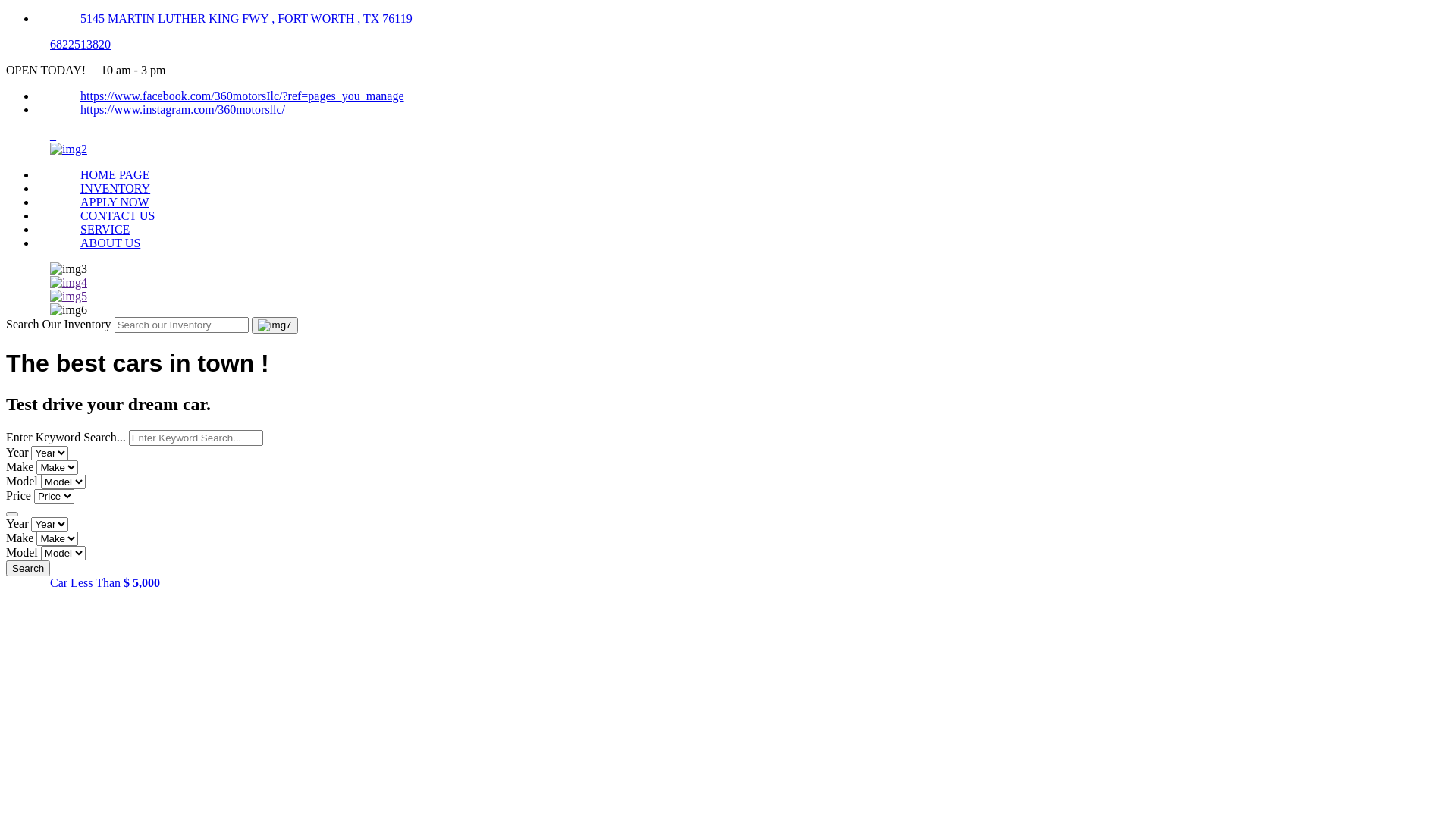  What do you see at coordinates (115, 187) in the screenshot?
I see `'INVENTORY'` at bounding box center [115, 187].